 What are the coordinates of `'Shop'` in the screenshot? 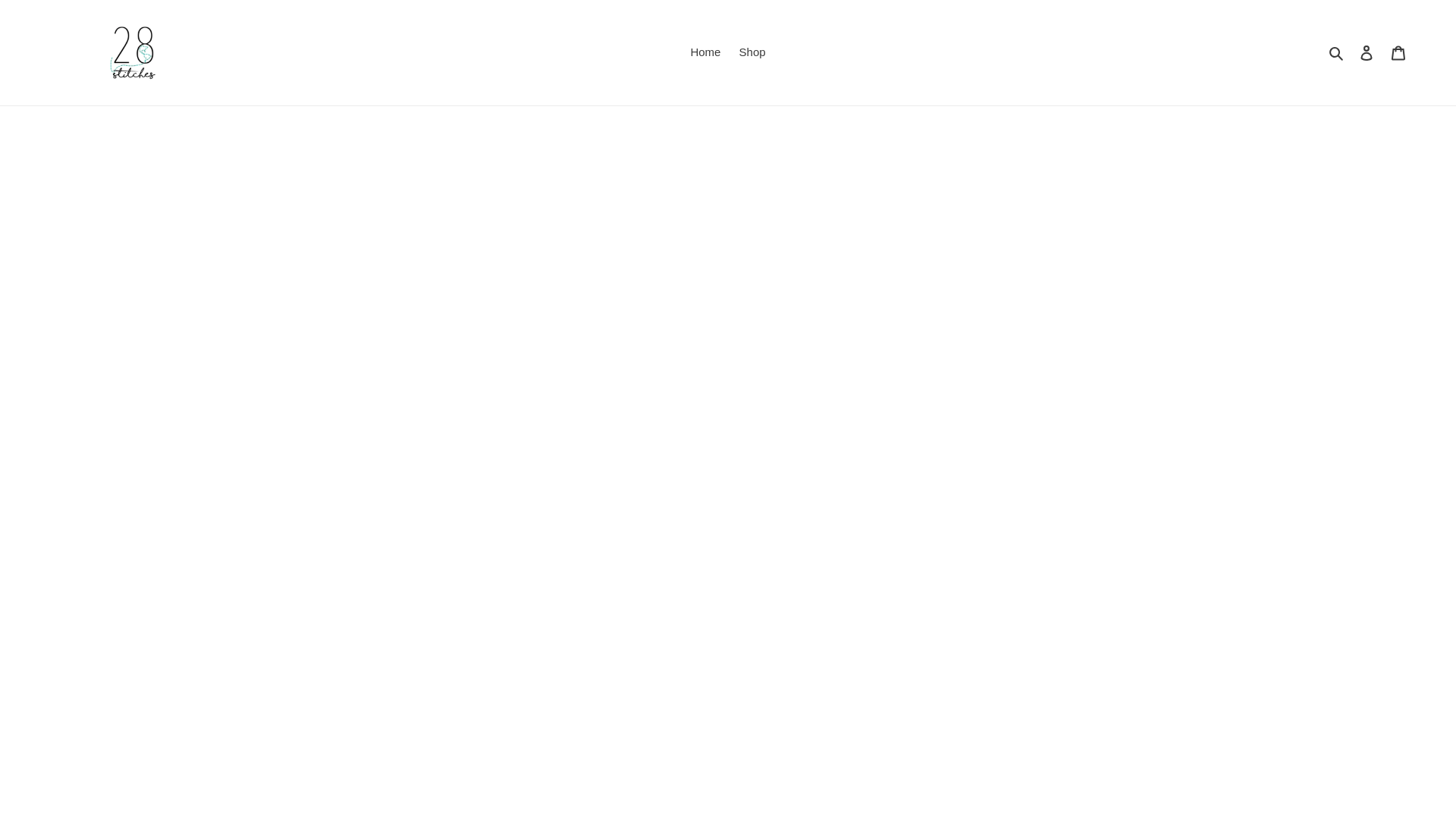 It's located at (752, 52).